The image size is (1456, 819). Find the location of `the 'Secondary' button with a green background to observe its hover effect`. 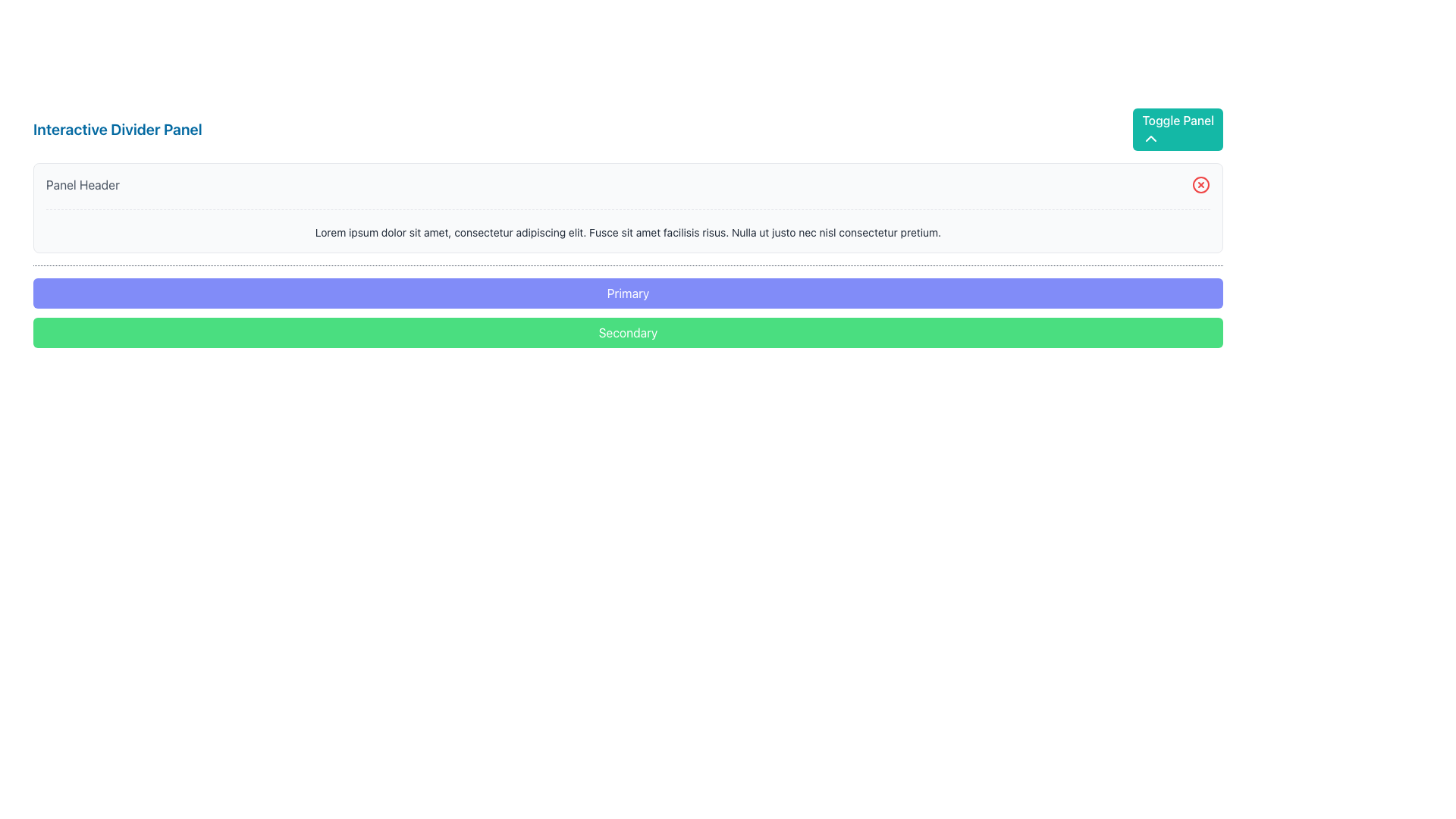

the 'Secondary' button with a green background to observe its hover effect is located at coordinates (628, 332).